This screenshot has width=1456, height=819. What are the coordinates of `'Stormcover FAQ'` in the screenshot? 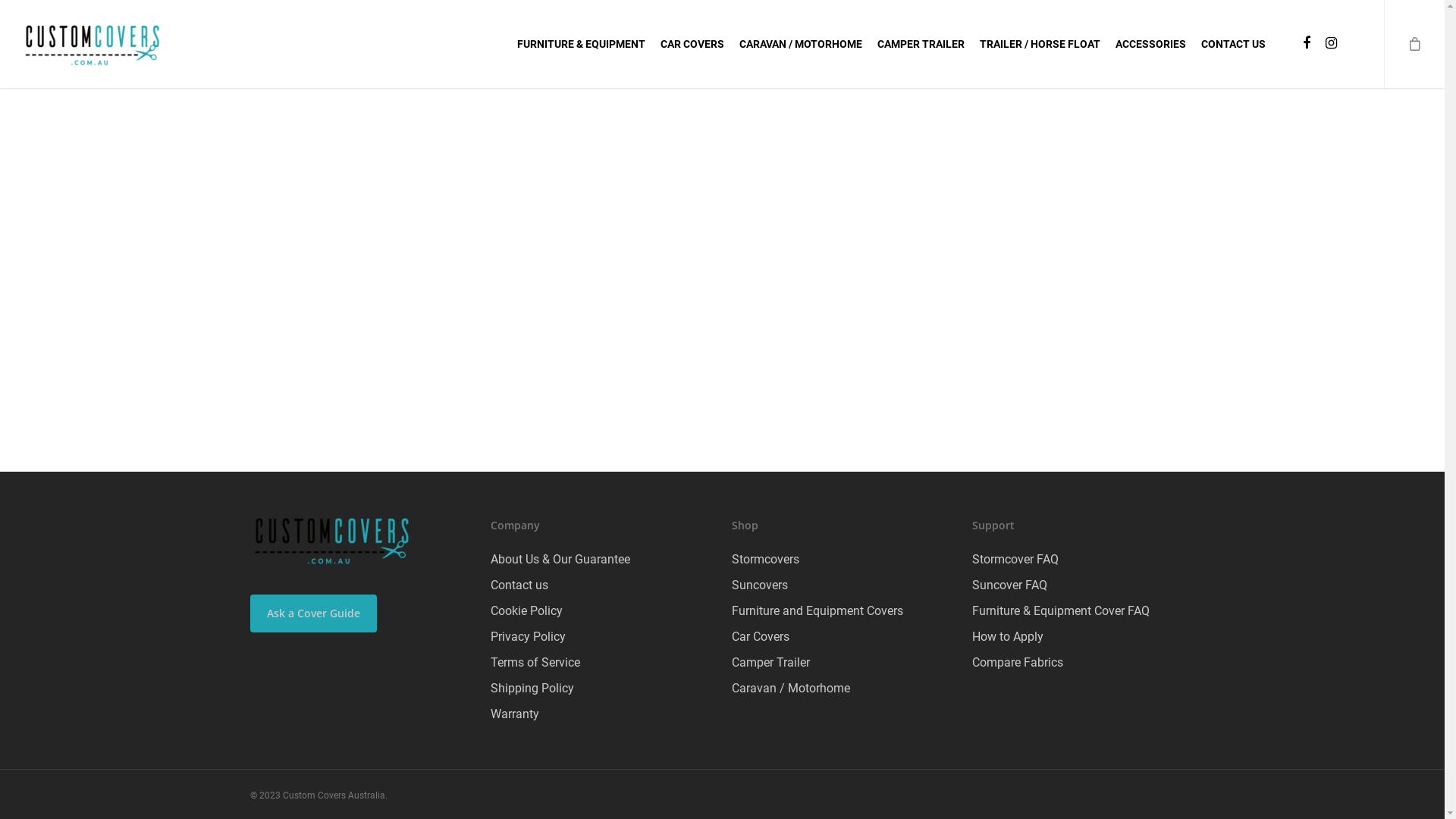 It's located at (1082, 559).